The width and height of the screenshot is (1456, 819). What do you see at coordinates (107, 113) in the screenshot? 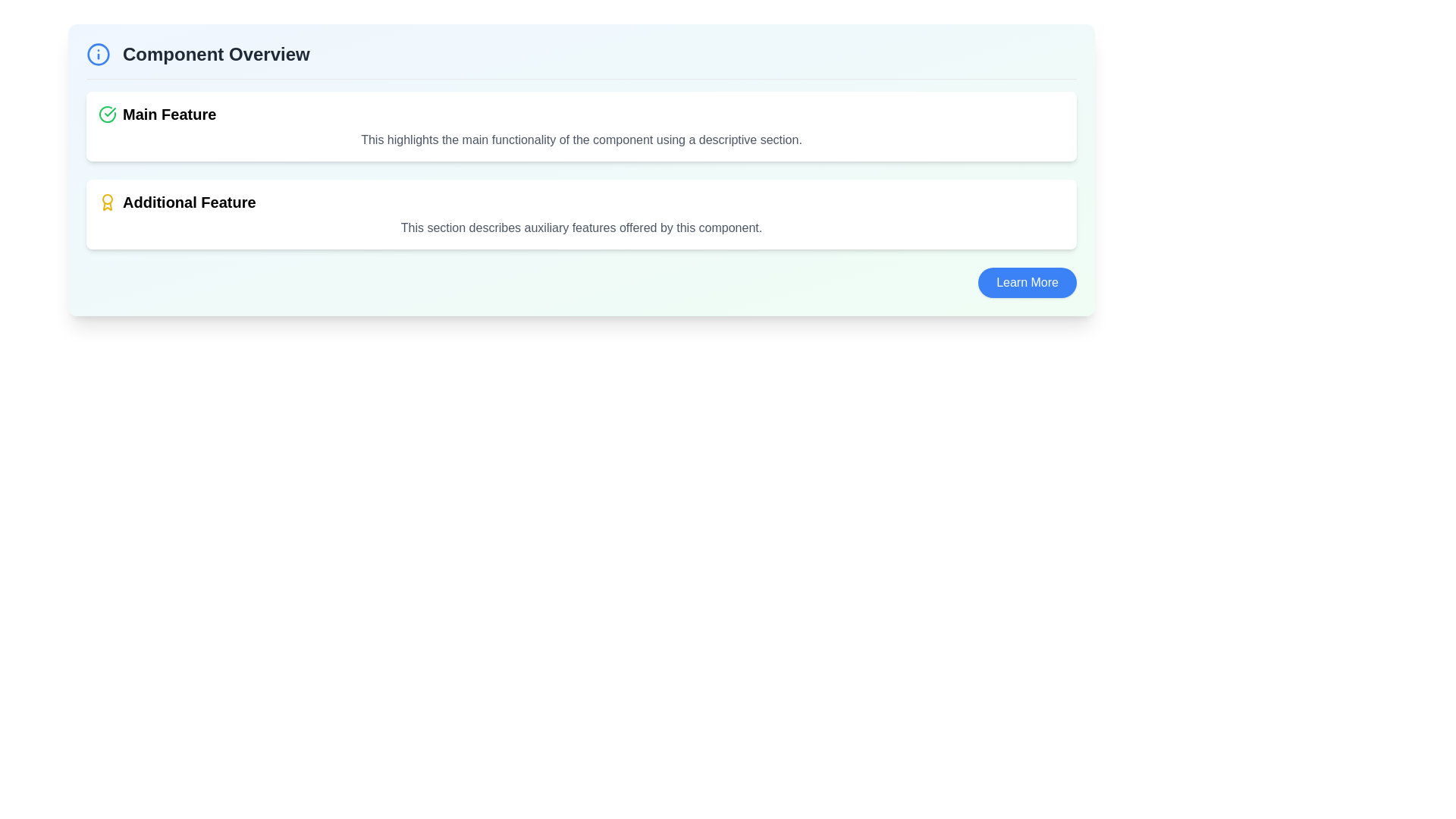
I see `the status icon located to the left of the 'Main Feature' heading, which indicates the feature's status as completed or enabled` at bounding box center [107, 113].